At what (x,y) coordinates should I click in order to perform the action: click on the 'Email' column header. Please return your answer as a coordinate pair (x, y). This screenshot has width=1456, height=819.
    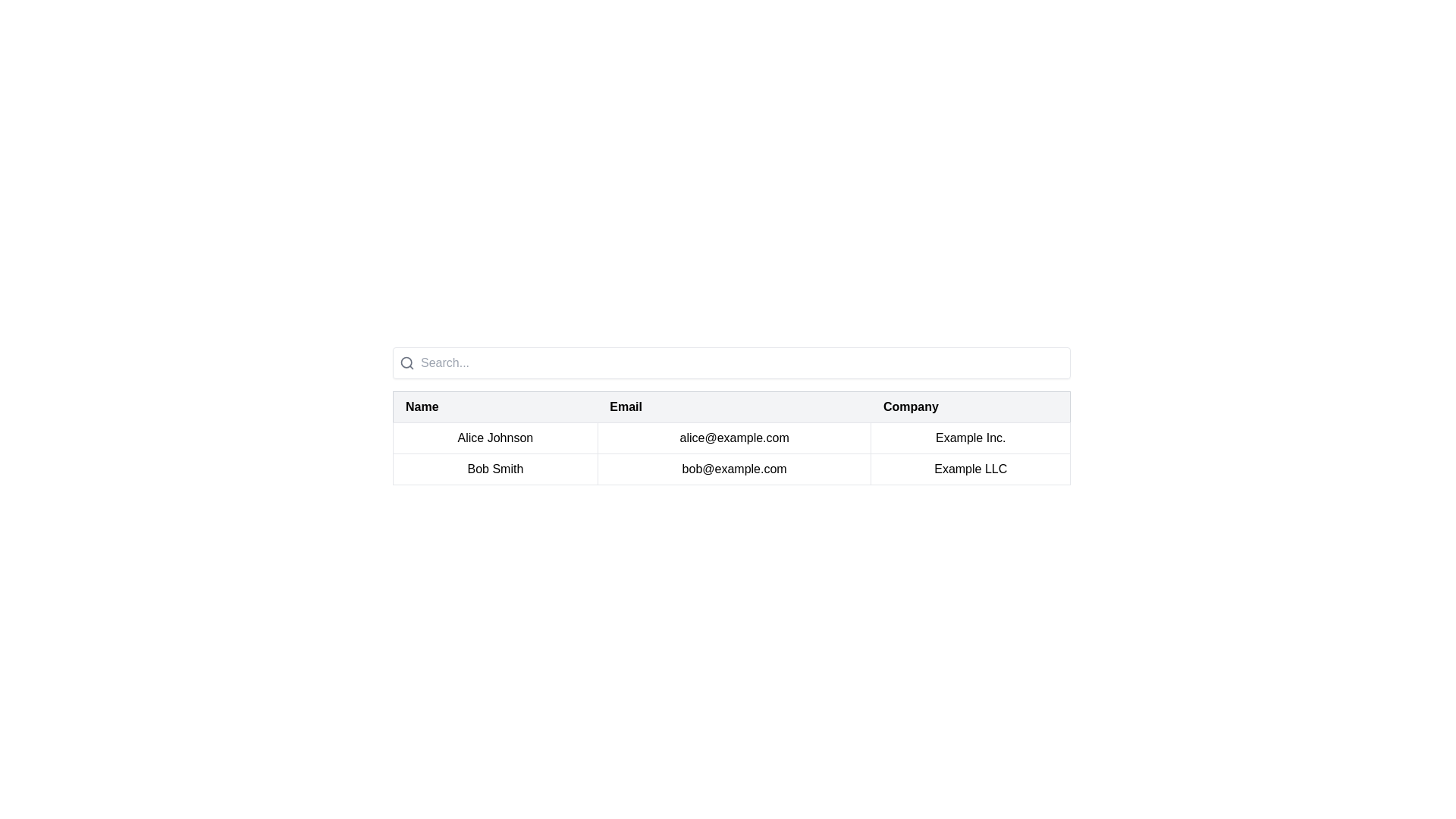
    Looking at the image, I should click on (734, 406).